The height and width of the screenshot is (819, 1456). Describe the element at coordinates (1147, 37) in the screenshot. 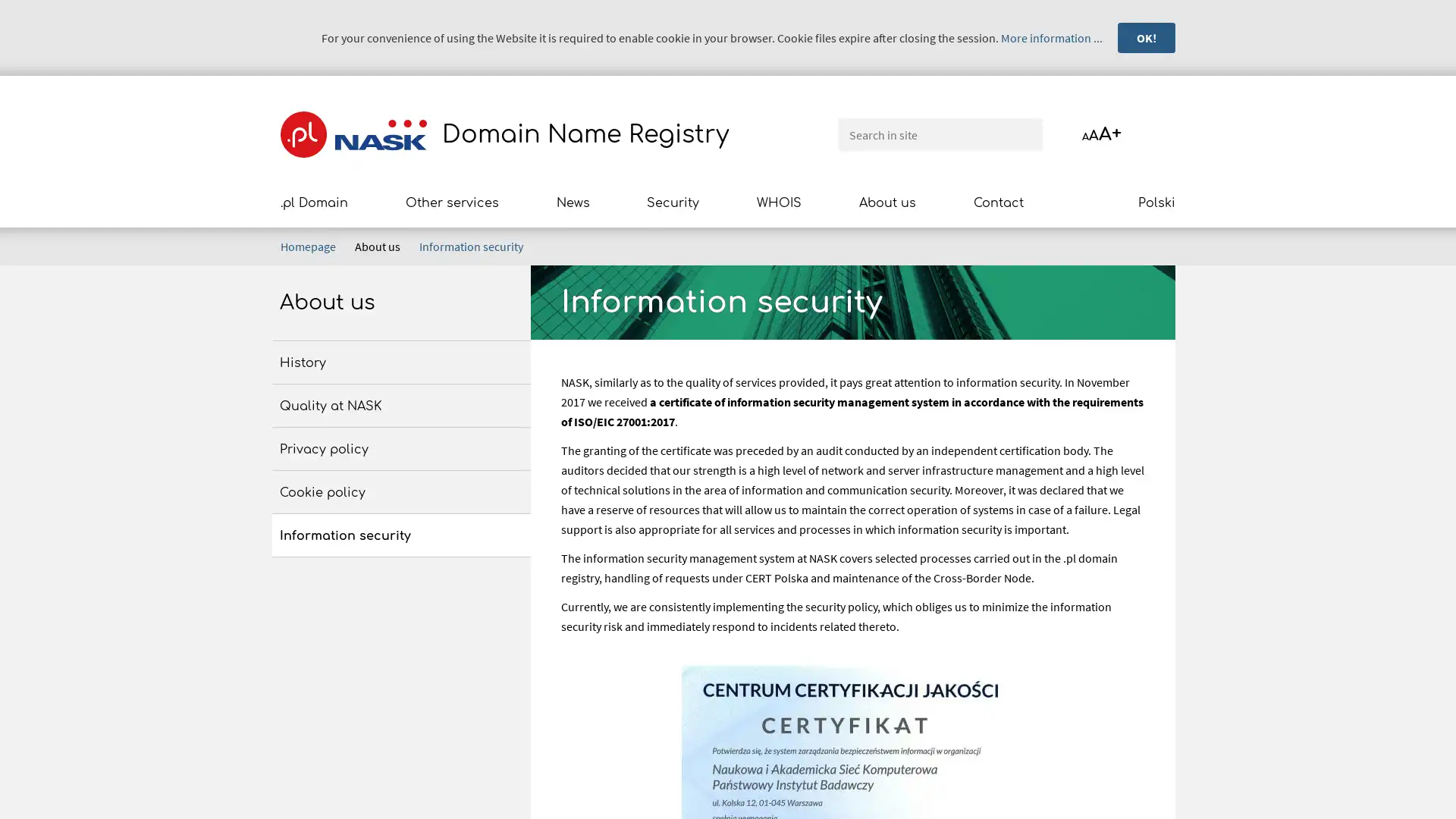

I see `OK!` at that location.